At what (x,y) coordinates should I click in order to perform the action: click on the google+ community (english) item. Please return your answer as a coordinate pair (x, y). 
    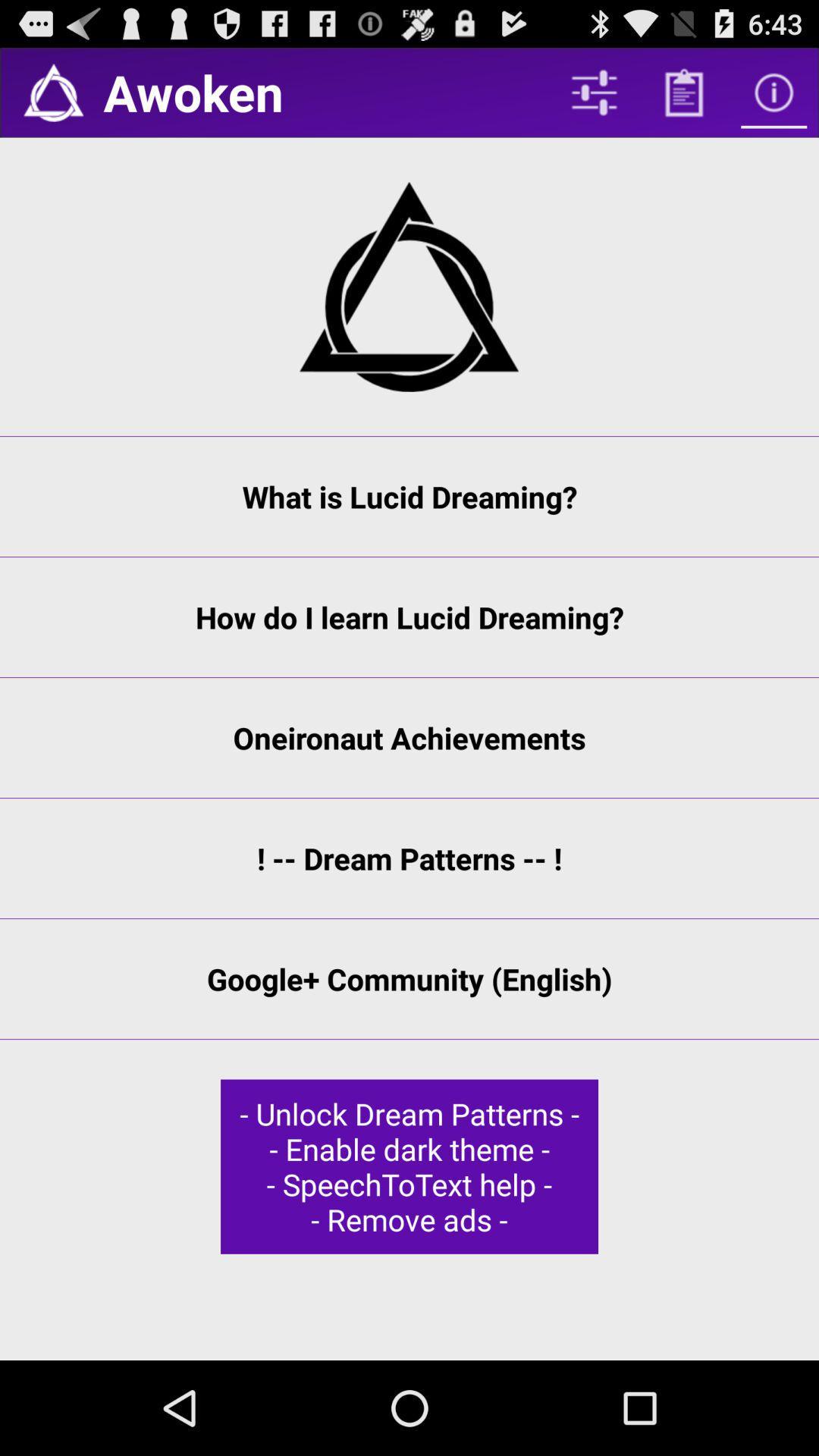
    Looking at the image, I should click on (409, 979).